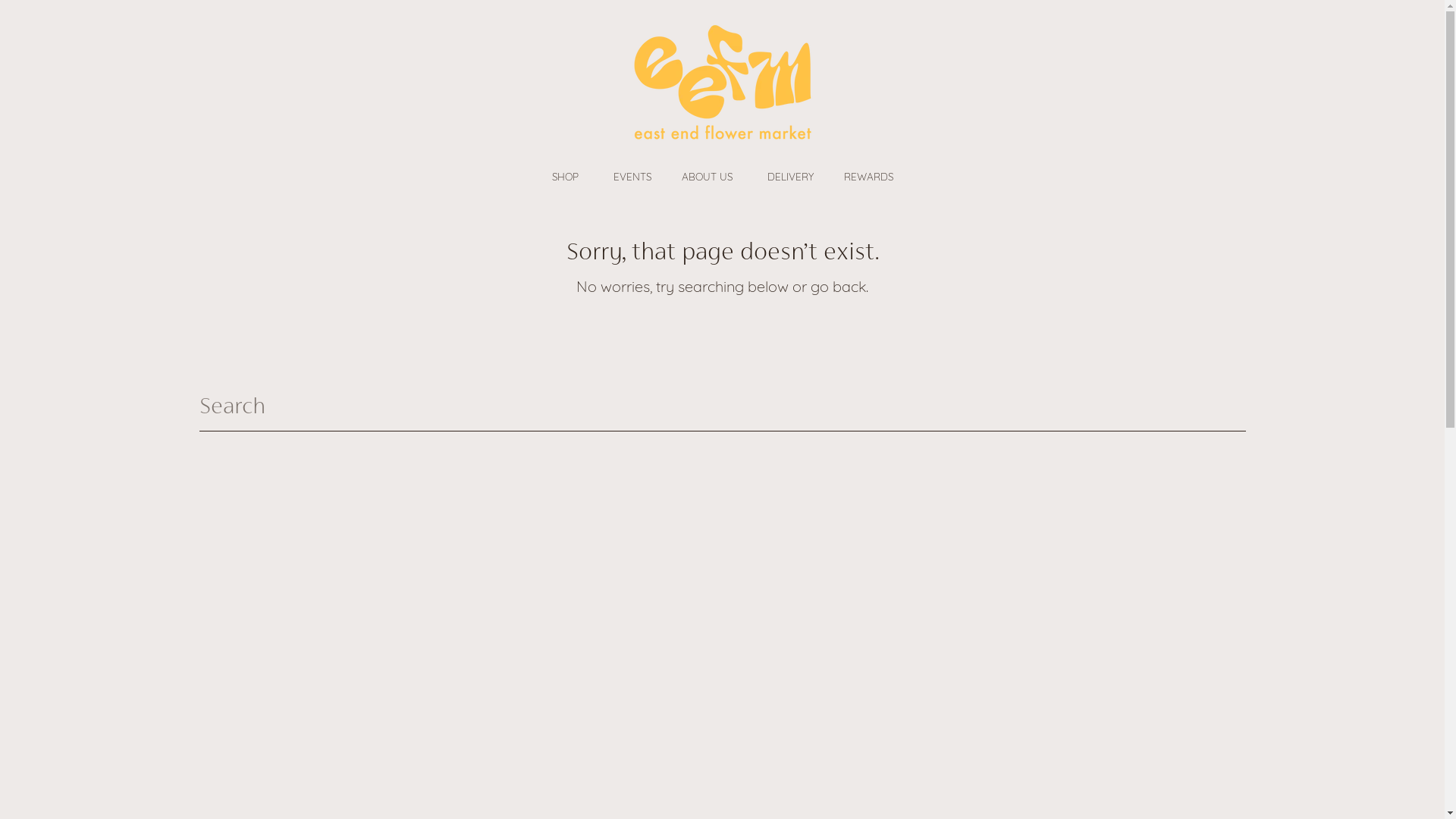 The image size is (1456, 819). I want to click on 'DELIVERY', so click(789, 175).